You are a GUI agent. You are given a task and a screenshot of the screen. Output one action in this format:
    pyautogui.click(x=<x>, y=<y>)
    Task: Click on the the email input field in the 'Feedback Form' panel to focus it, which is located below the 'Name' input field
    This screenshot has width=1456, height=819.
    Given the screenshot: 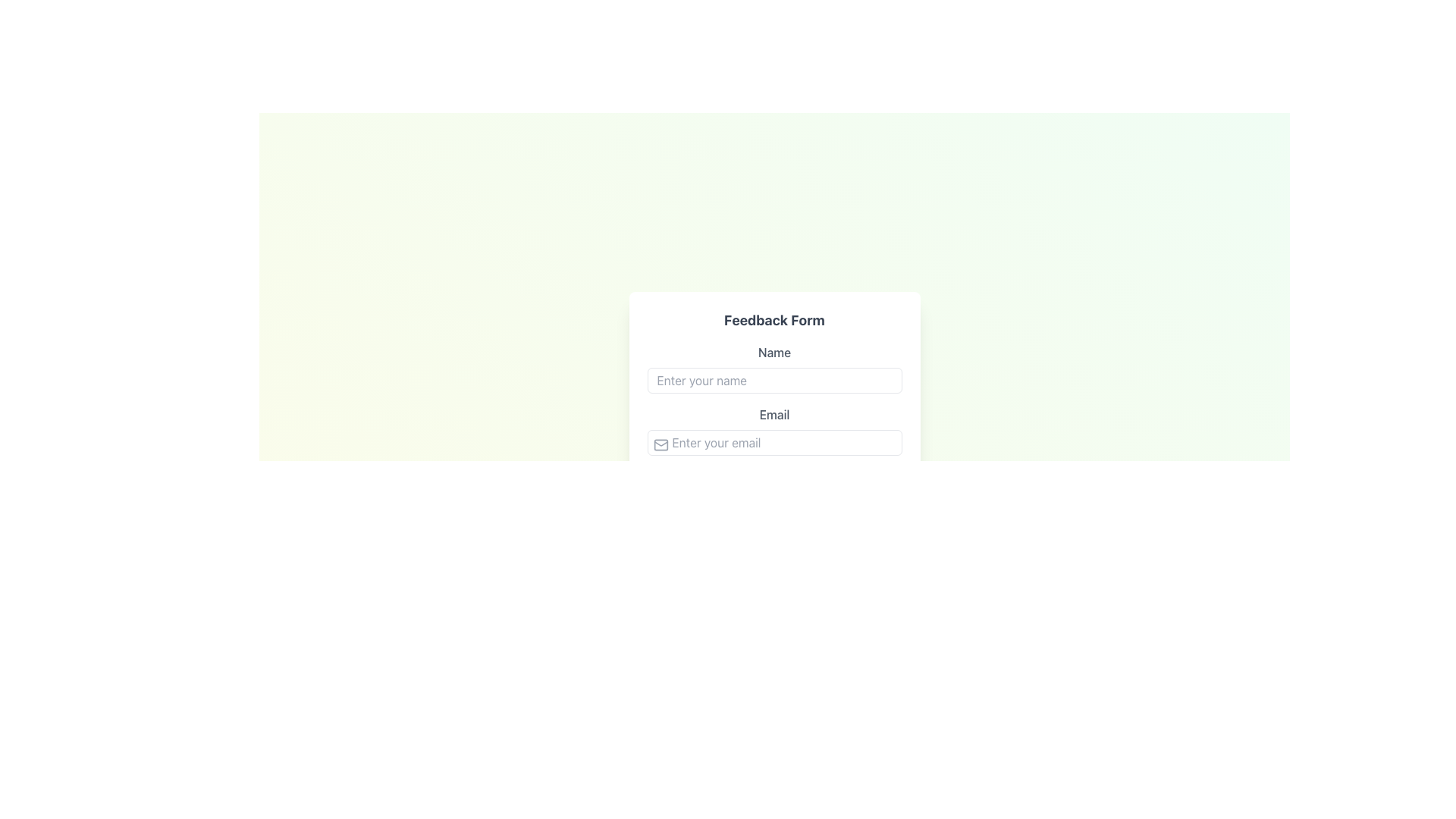 What is the action you would take?
    pyautogui.click(x=774, y=430)
    